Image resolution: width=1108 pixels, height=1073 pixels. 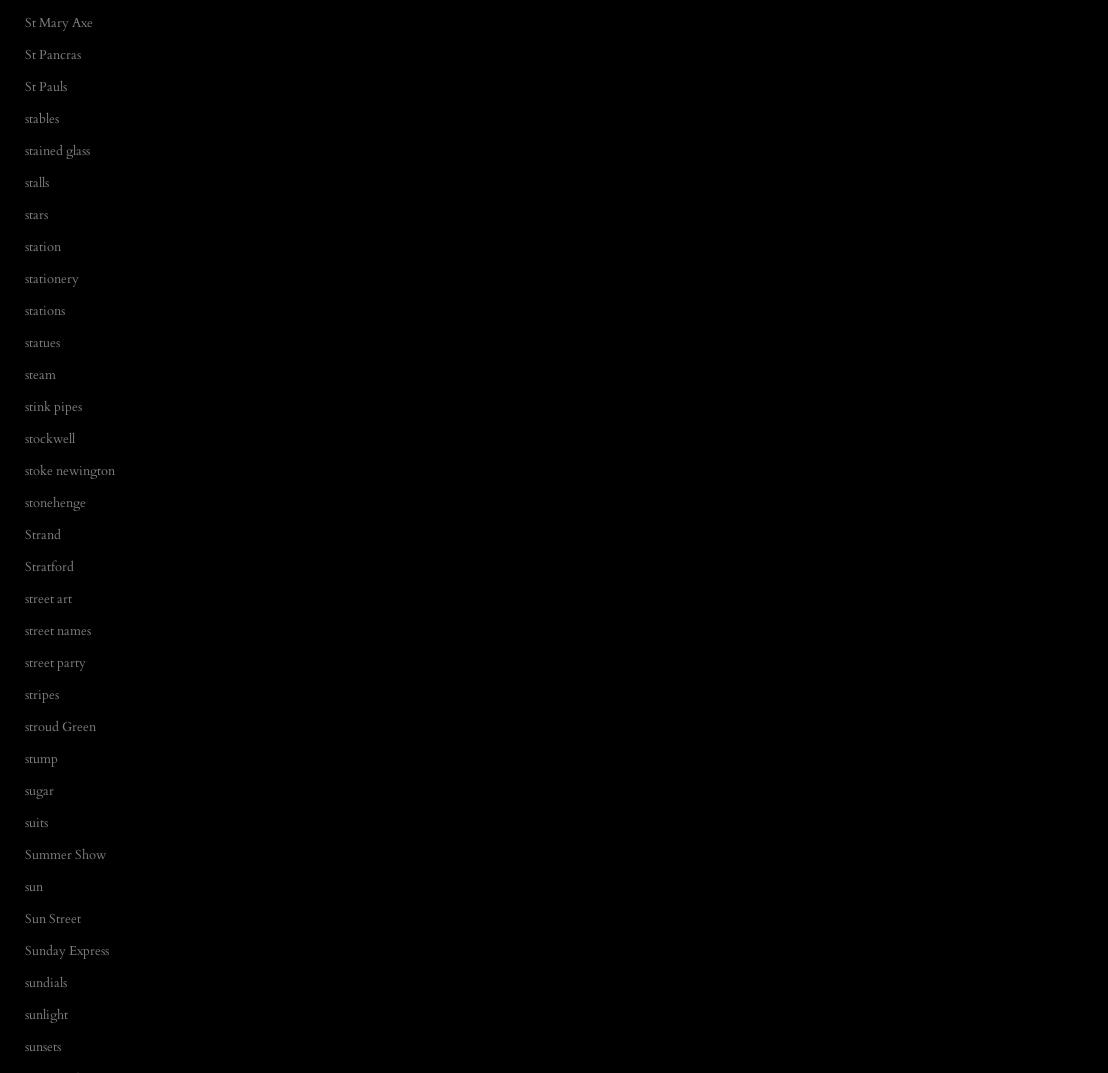 I want to click on 'stripes', so click(x=41, y=694).